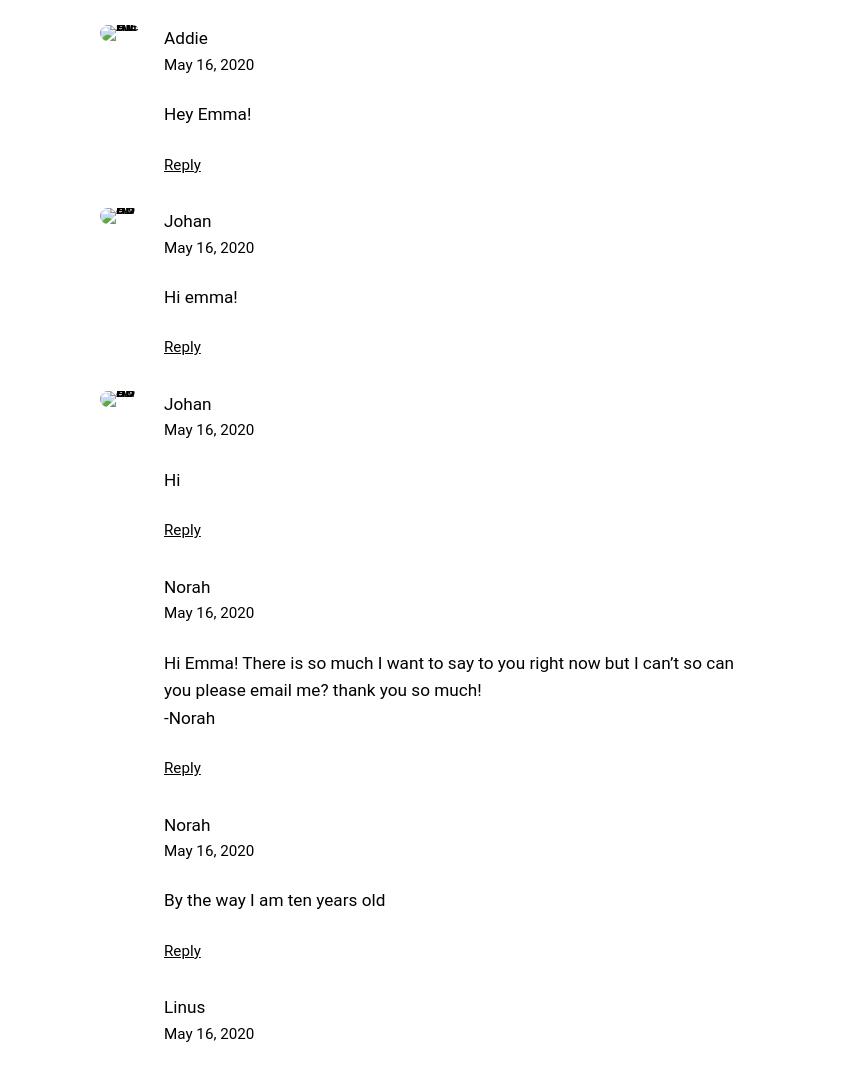 Image resolution: width=850 pixels, height=1074 pixels. What do you see at coordinates (273, 899) in the screenshot?
I see `'By the way I am ten years old'` at bounding box center [273, 899].